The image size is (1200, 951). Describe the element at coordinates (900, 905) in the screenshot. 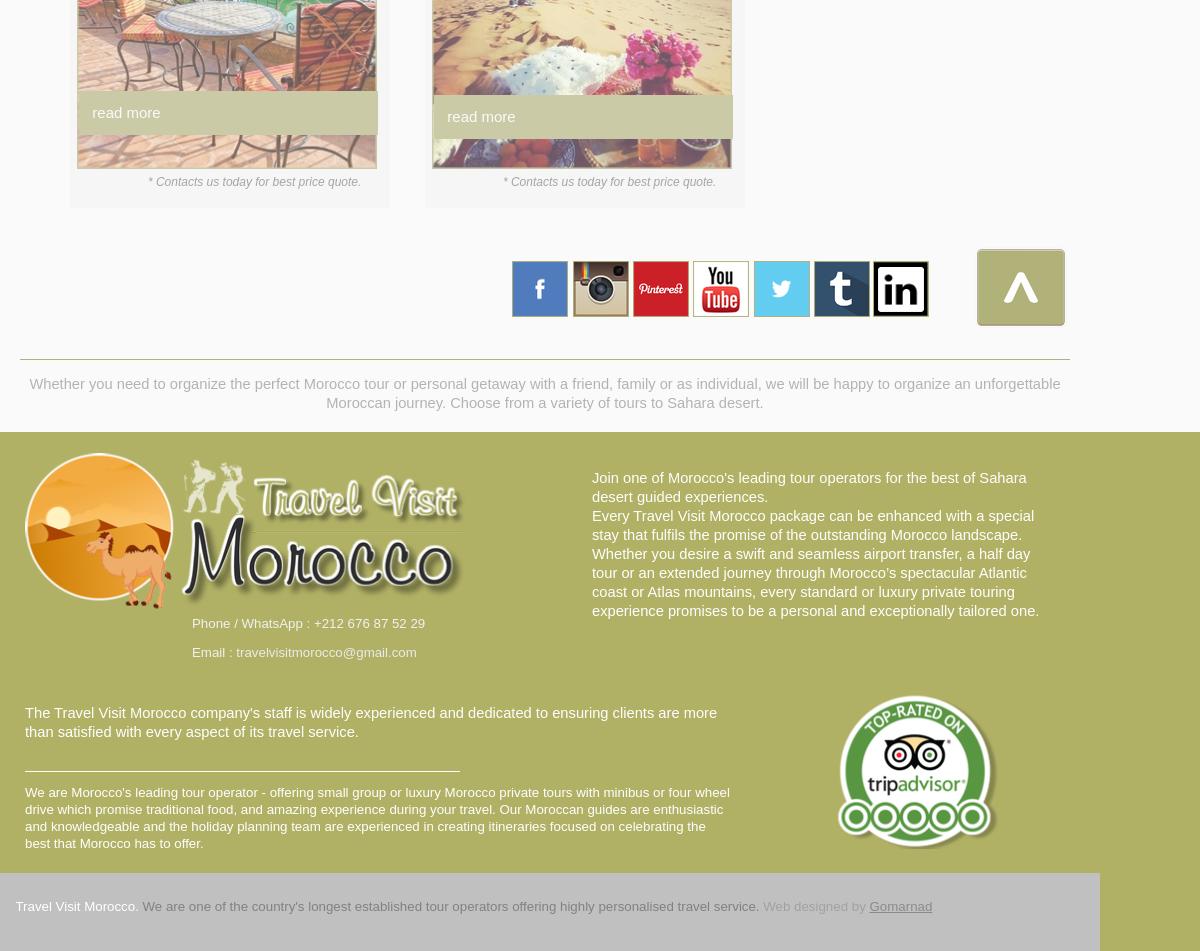

I see `'Gomarnad'` at that location.